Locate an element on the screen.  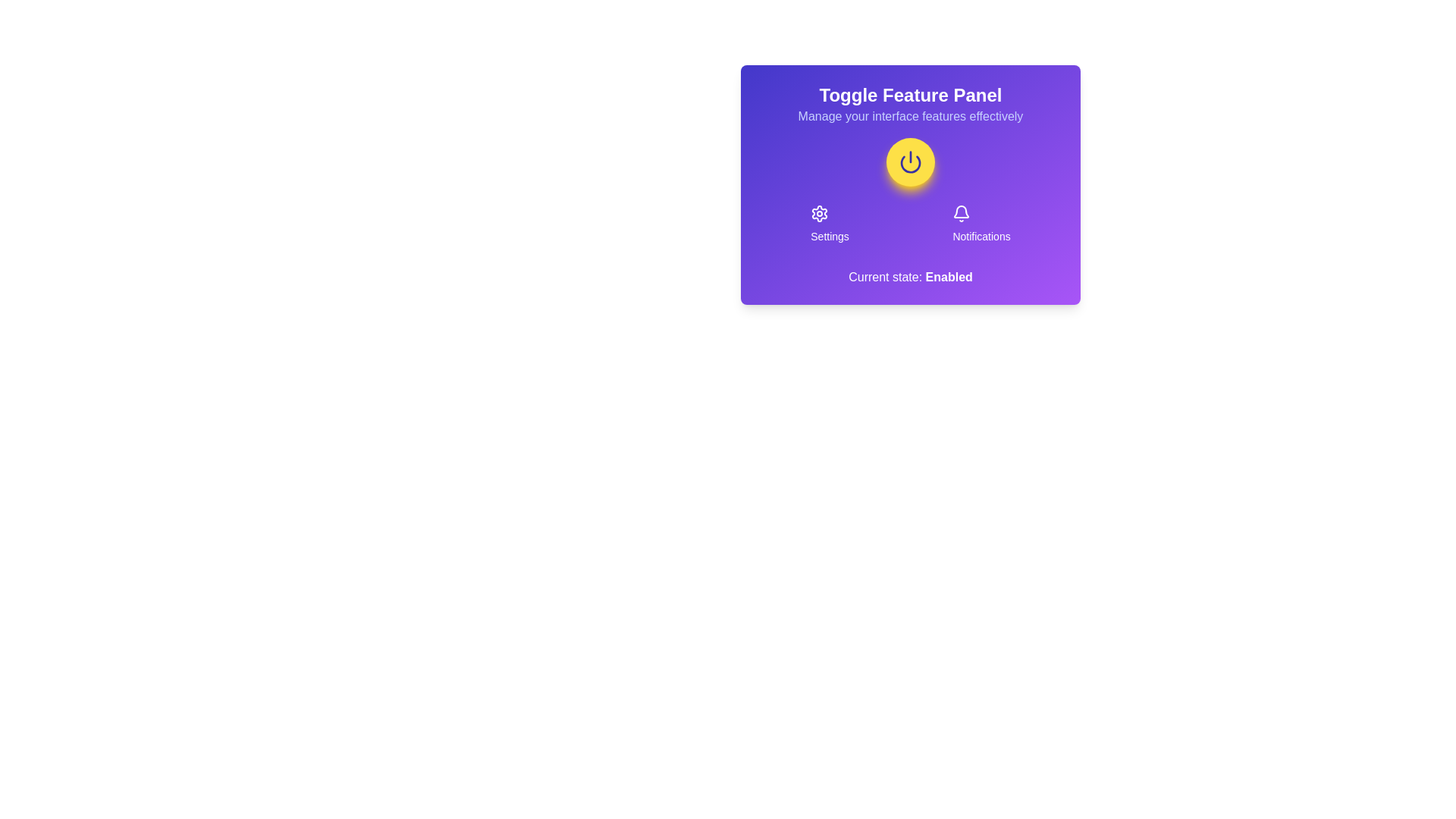
the static text label displaying 'Current state: Enabled', which is located at the bottom of the 'Toggle Feature Panel' card, underneath the 'Settings' and 'Notifications' options is located at coordinates (910, 278).